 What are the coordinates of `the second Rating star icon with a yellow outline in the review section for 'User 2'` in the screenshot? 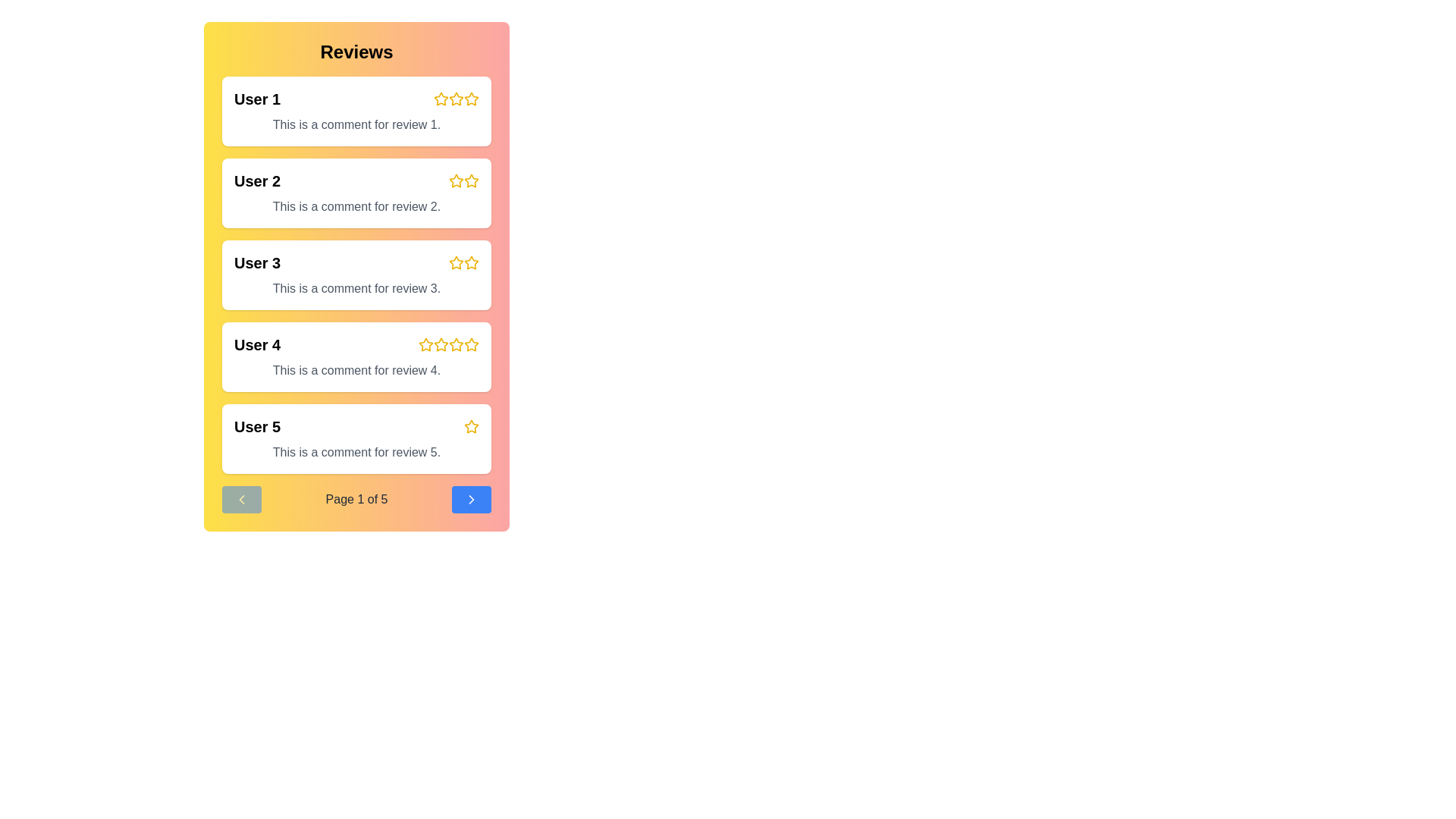 It's located at (471, 180).